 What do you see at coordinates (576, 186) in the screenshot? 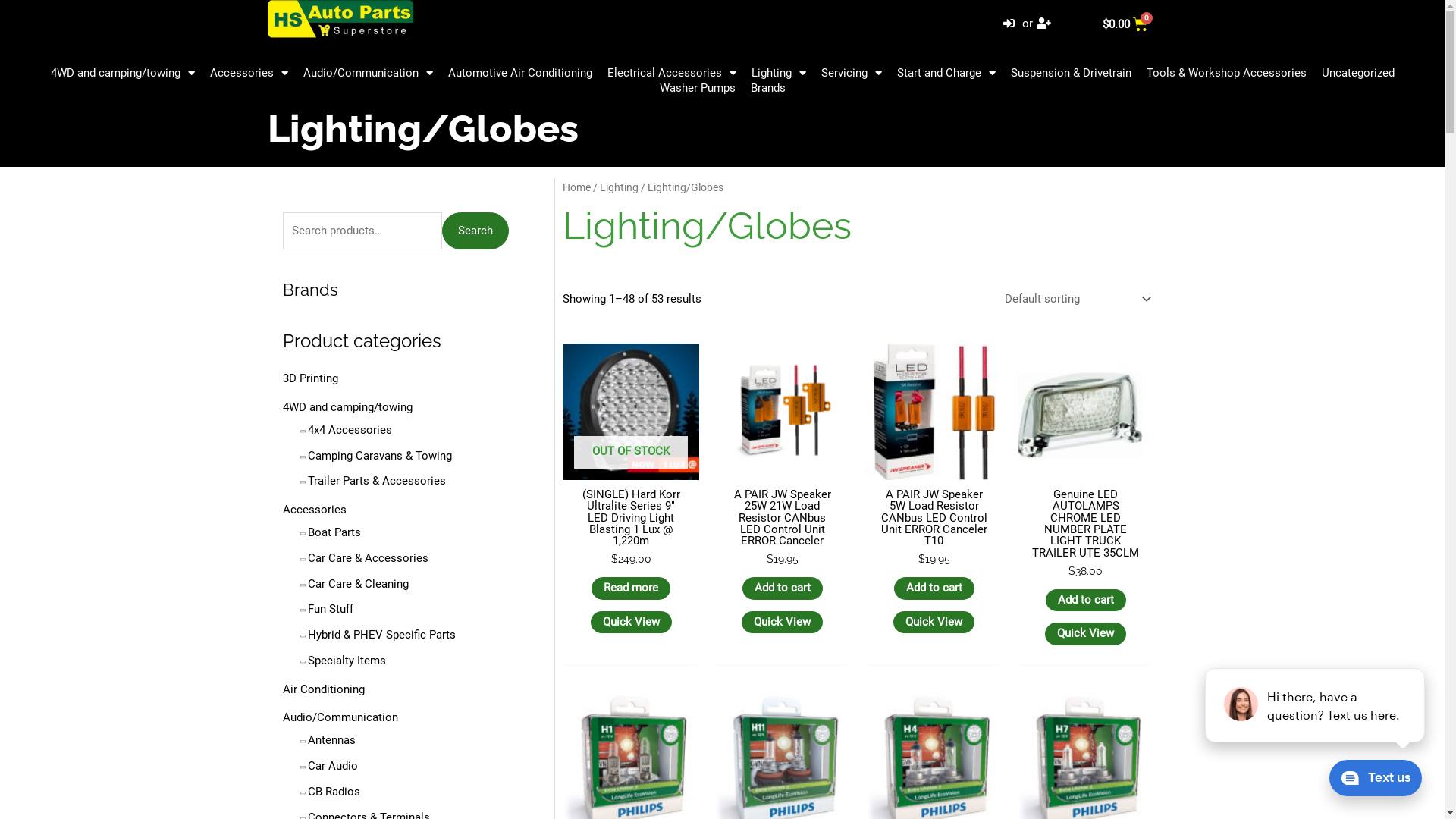
I see `'Home'` at bounding box center [576, 186].